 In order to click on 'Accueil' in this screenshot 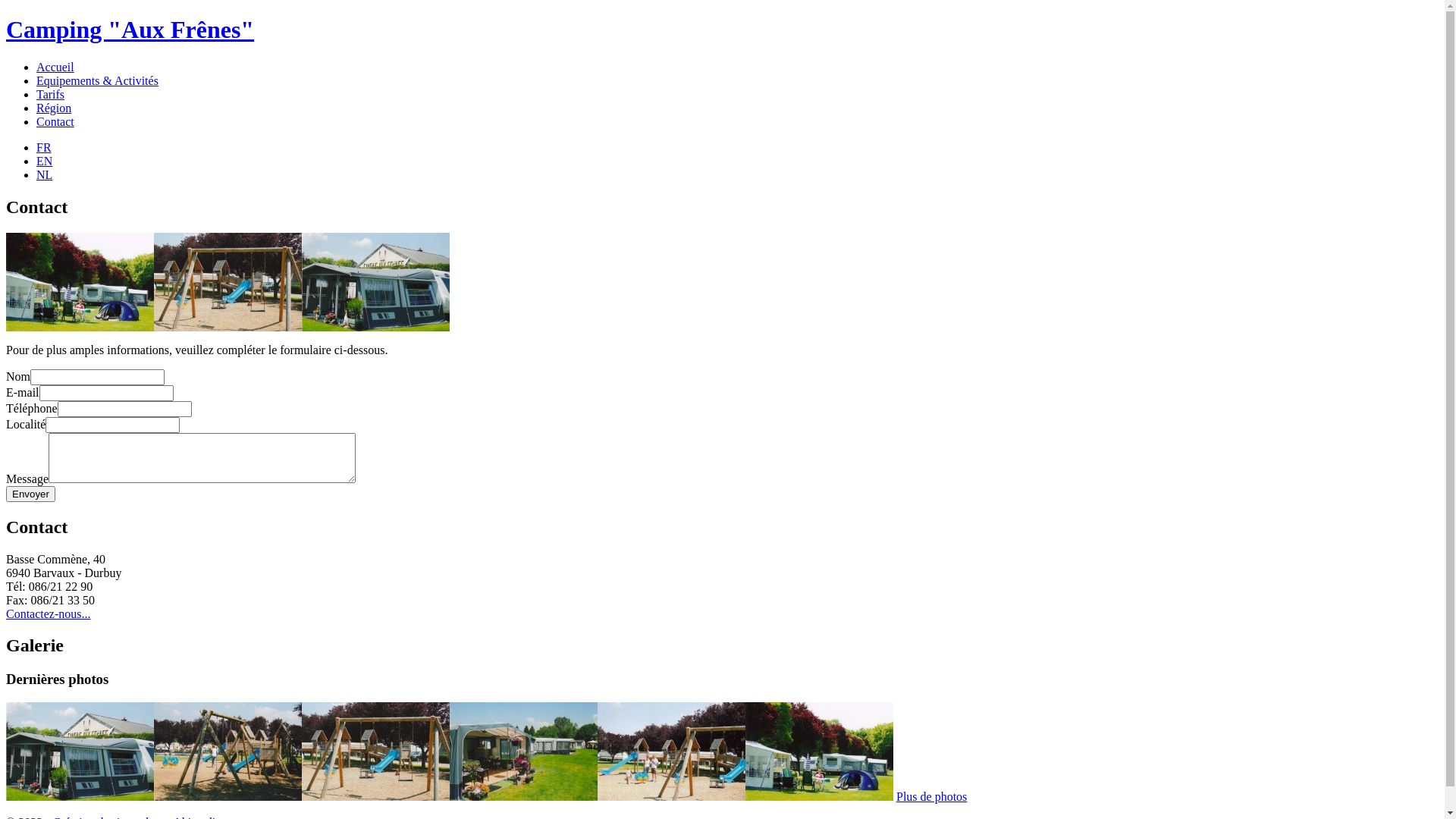, I will do `click(55, 66)`.